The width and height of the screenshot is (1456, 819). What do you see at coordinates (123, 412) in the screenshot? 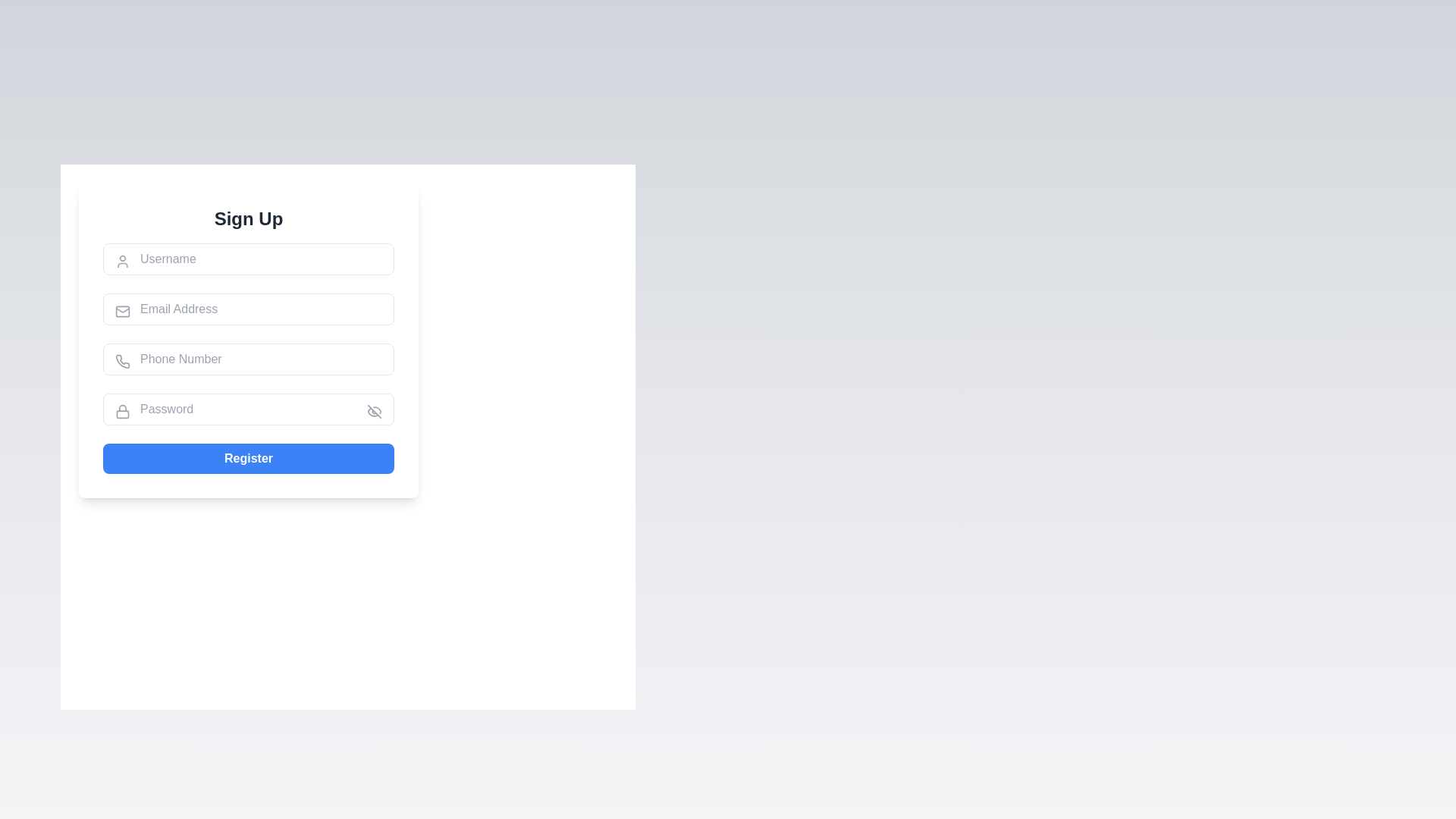
I see `the security icon located inside the 'Password' input field, which is positioned towards the left side of the text entry area, indicating that the password information will be protected` at bounding box center [123, 412].